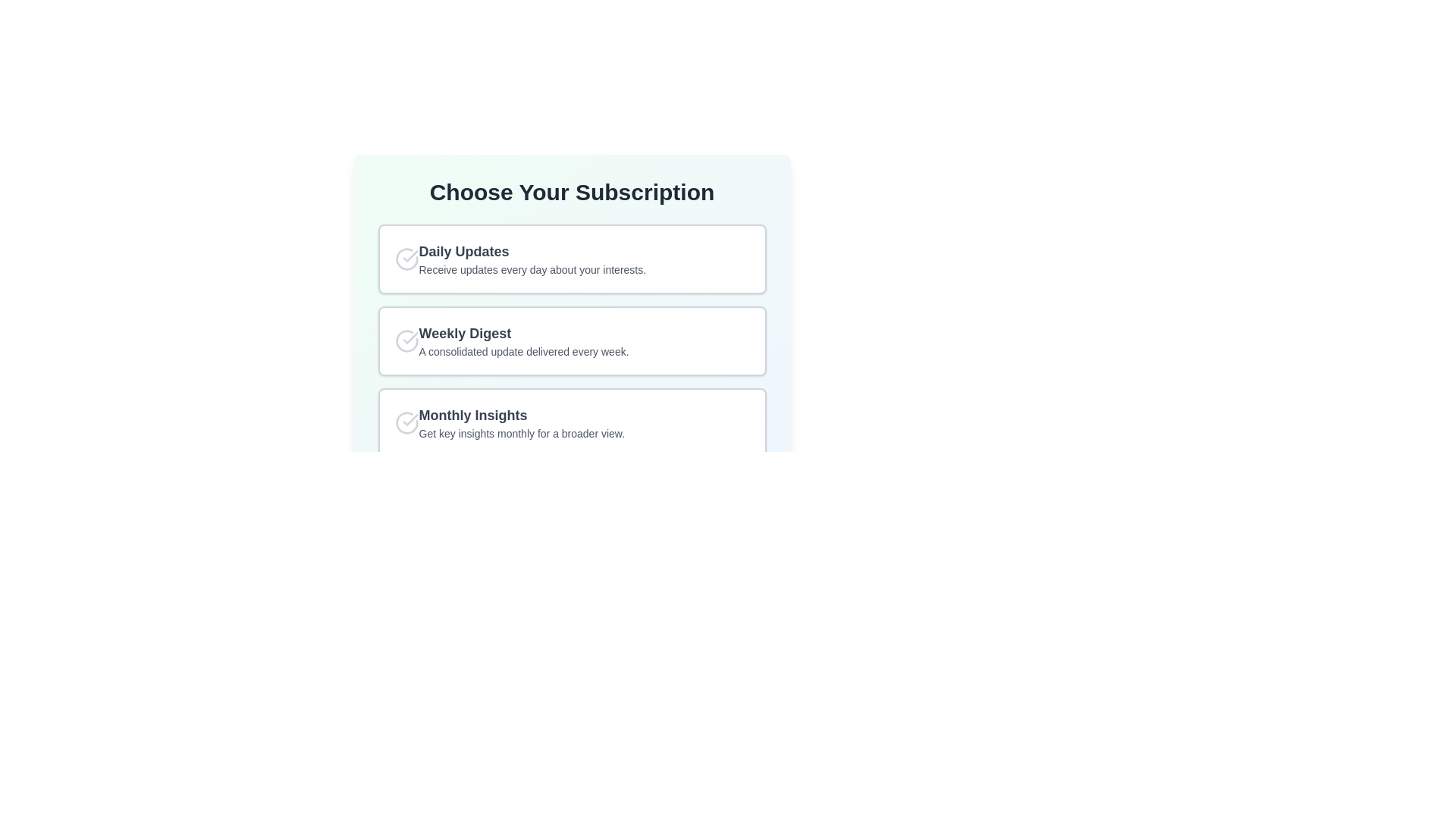  What do you see at coordinates (571, 423) in the screenshot?
I see `the subscription choice card that describes monthly insights, located third in a vertical stack of cards` at bounding box center [571, 423].